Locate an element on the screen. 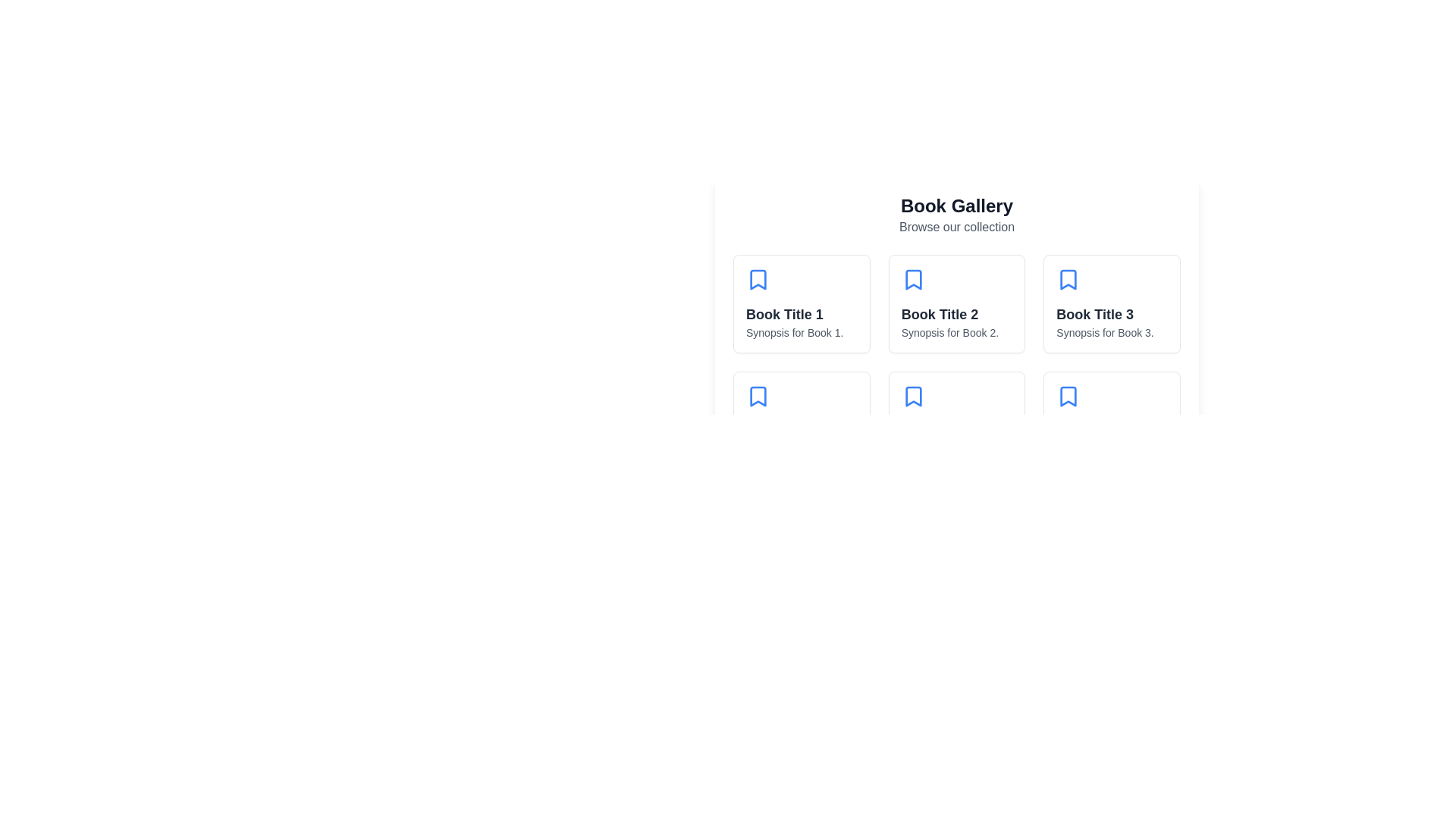  the blue bookmark icon located above the text 'Book Title 1' within the first card of the gallery grid is located at coordinates (758, 280).